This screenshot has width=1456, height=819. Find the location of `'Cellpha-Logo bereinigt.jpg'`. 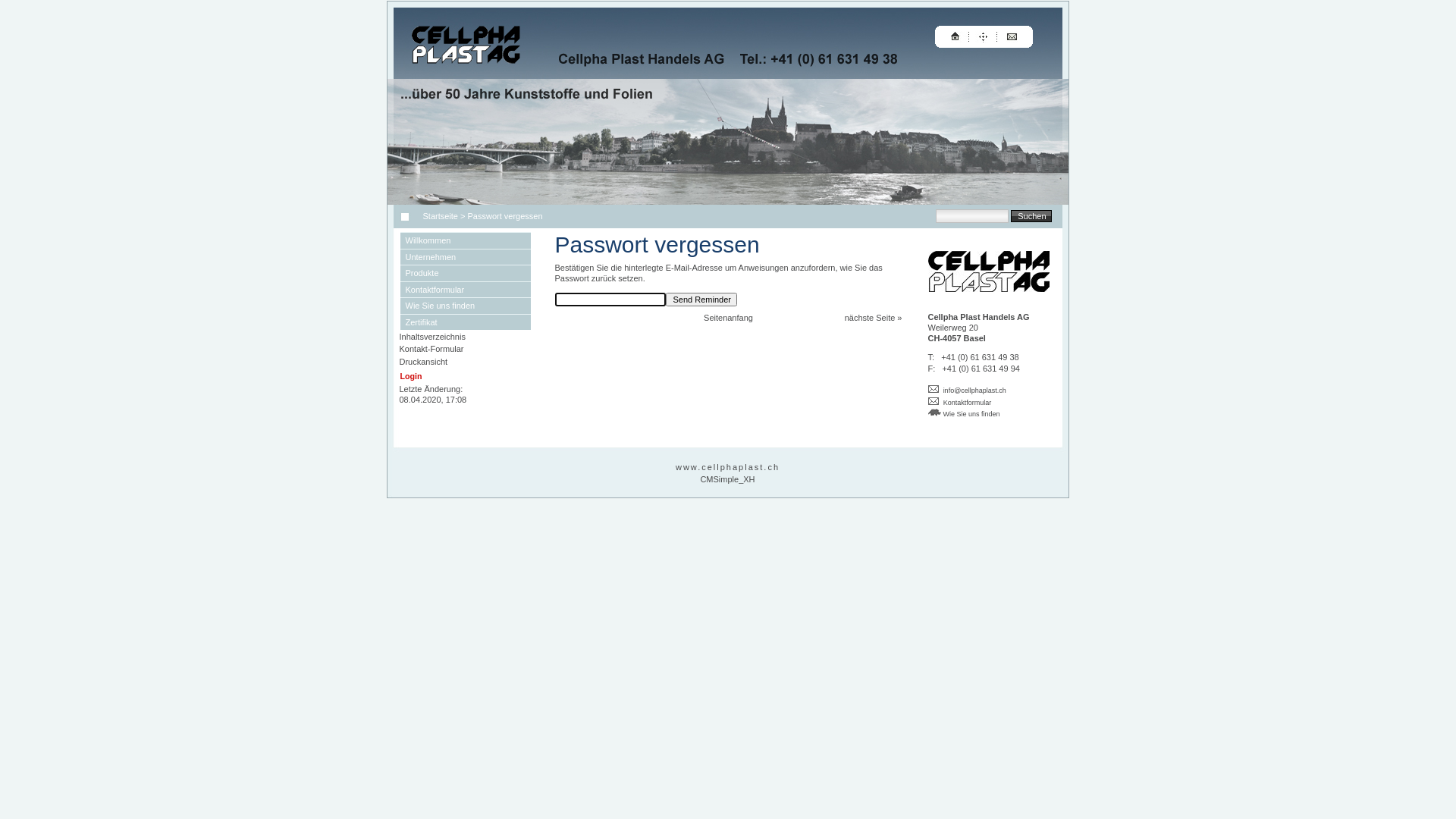

'Cellpha-Logo bereinigt.jpg' is located at coordinates (989, 271).